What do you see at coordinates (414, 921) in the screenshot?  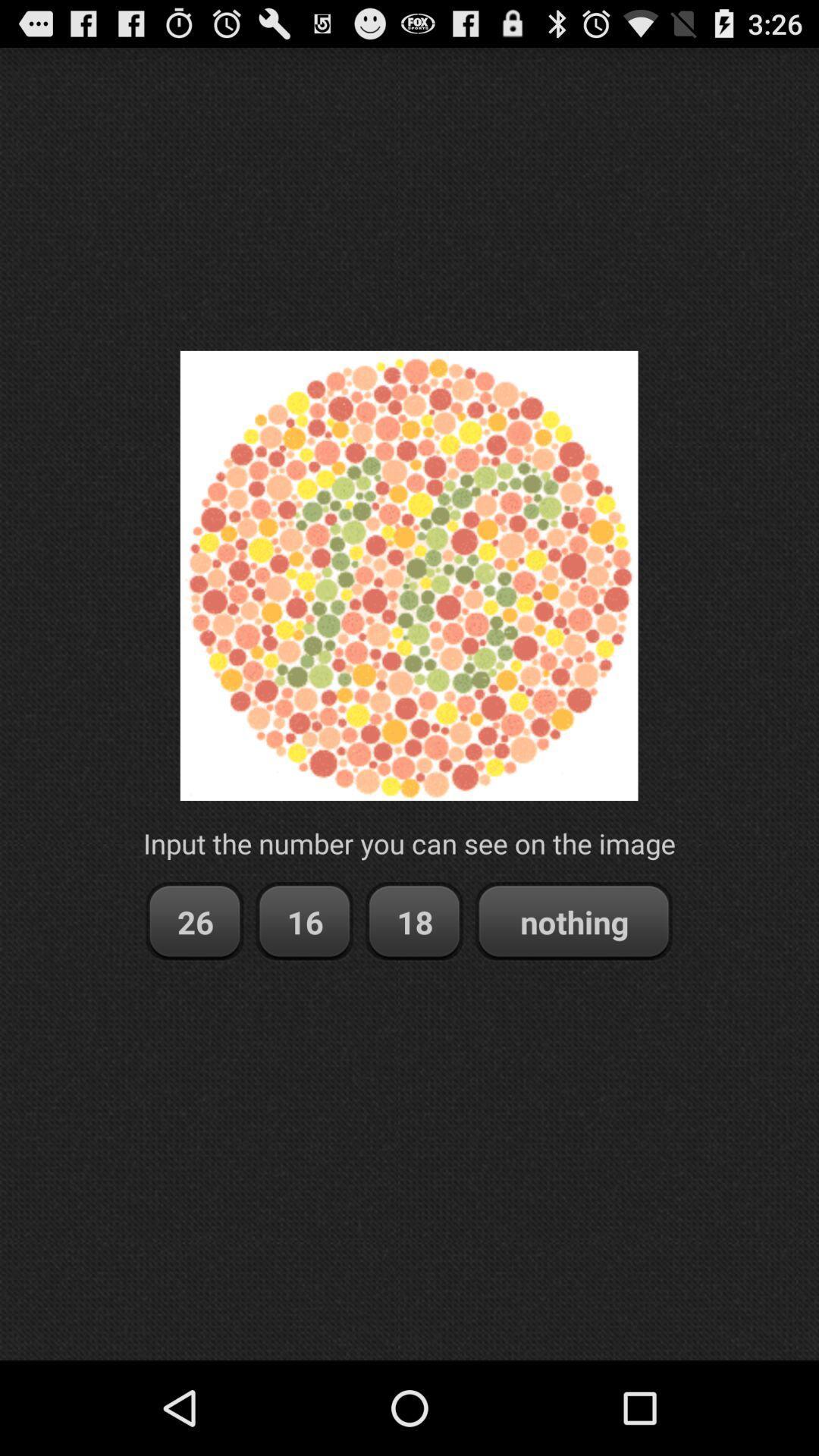 I see `the 18 item` at bounding box center [414, 921].